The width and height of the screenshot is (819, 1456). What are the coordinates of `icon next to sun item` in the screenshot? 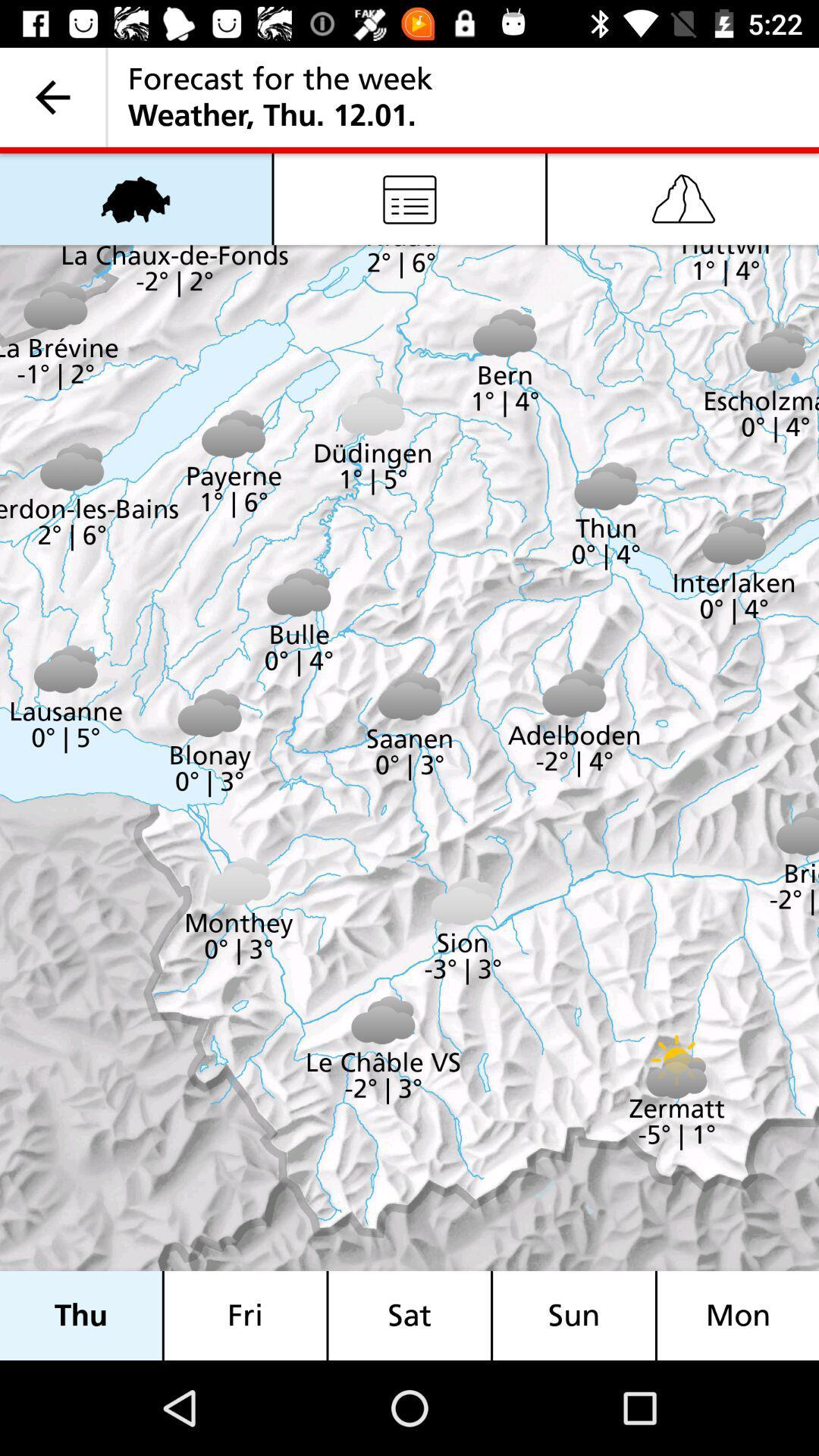 It's located at (409, 1315).